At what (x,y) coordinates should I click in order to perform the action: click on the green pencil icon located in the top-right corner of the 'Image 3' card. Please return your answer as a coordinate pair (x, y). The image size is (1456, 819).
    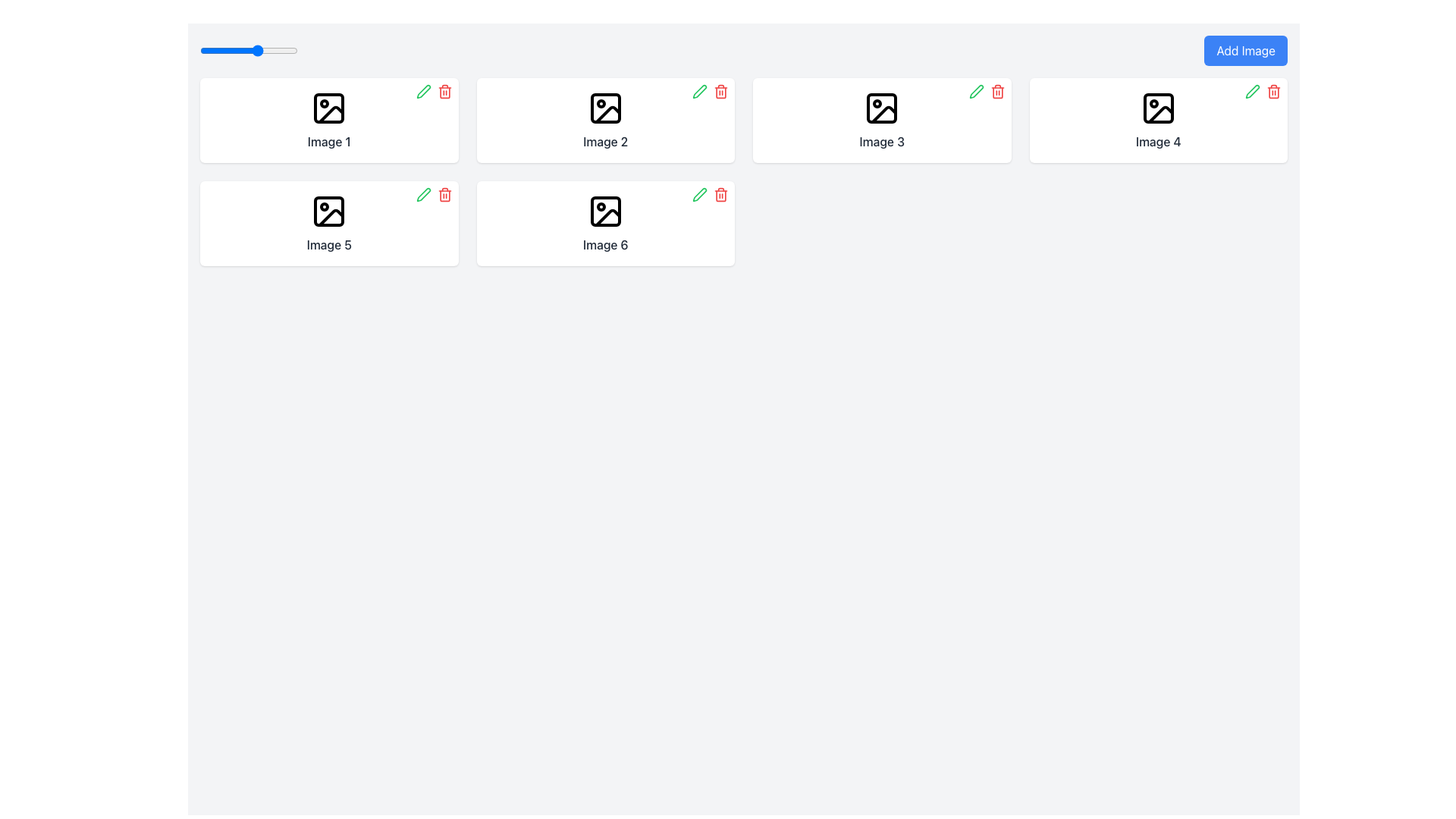
    Looking at the image, I should click on (976, 91).